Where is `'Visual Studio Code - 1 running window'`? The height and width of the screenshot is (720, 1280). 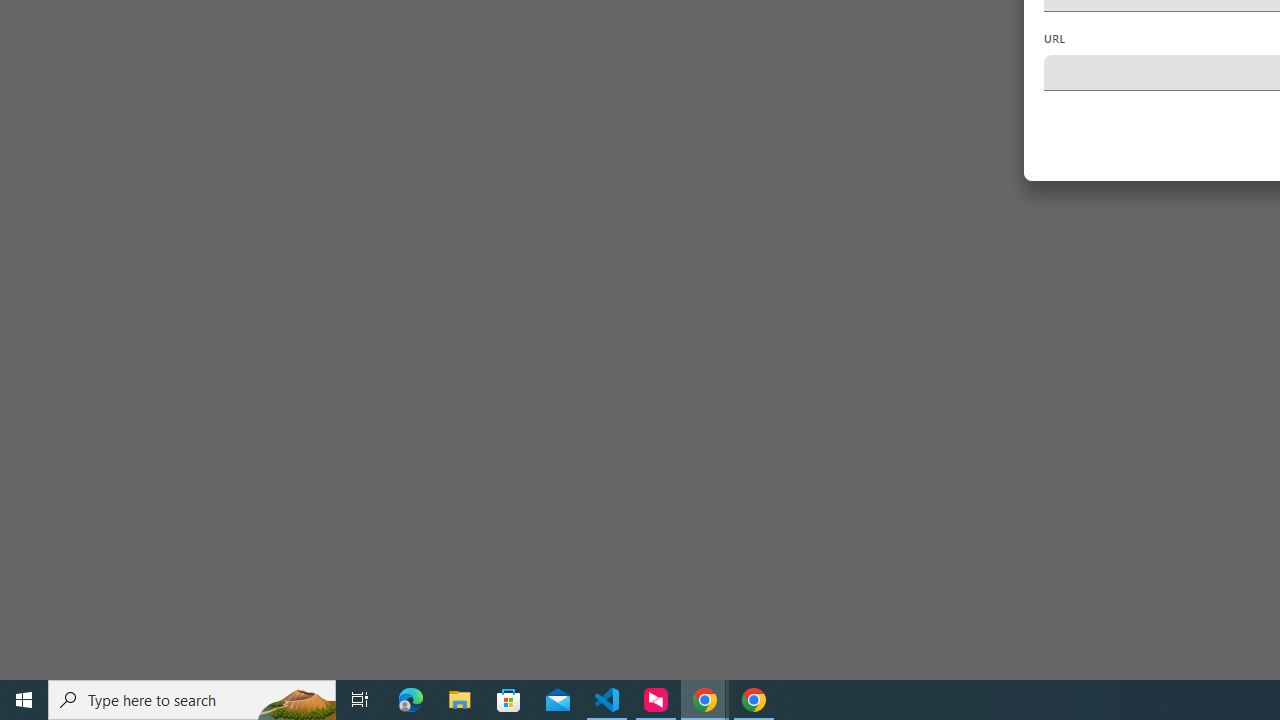
'Visual Studio Code - 1 running window' is located at coordinates (606, 698).